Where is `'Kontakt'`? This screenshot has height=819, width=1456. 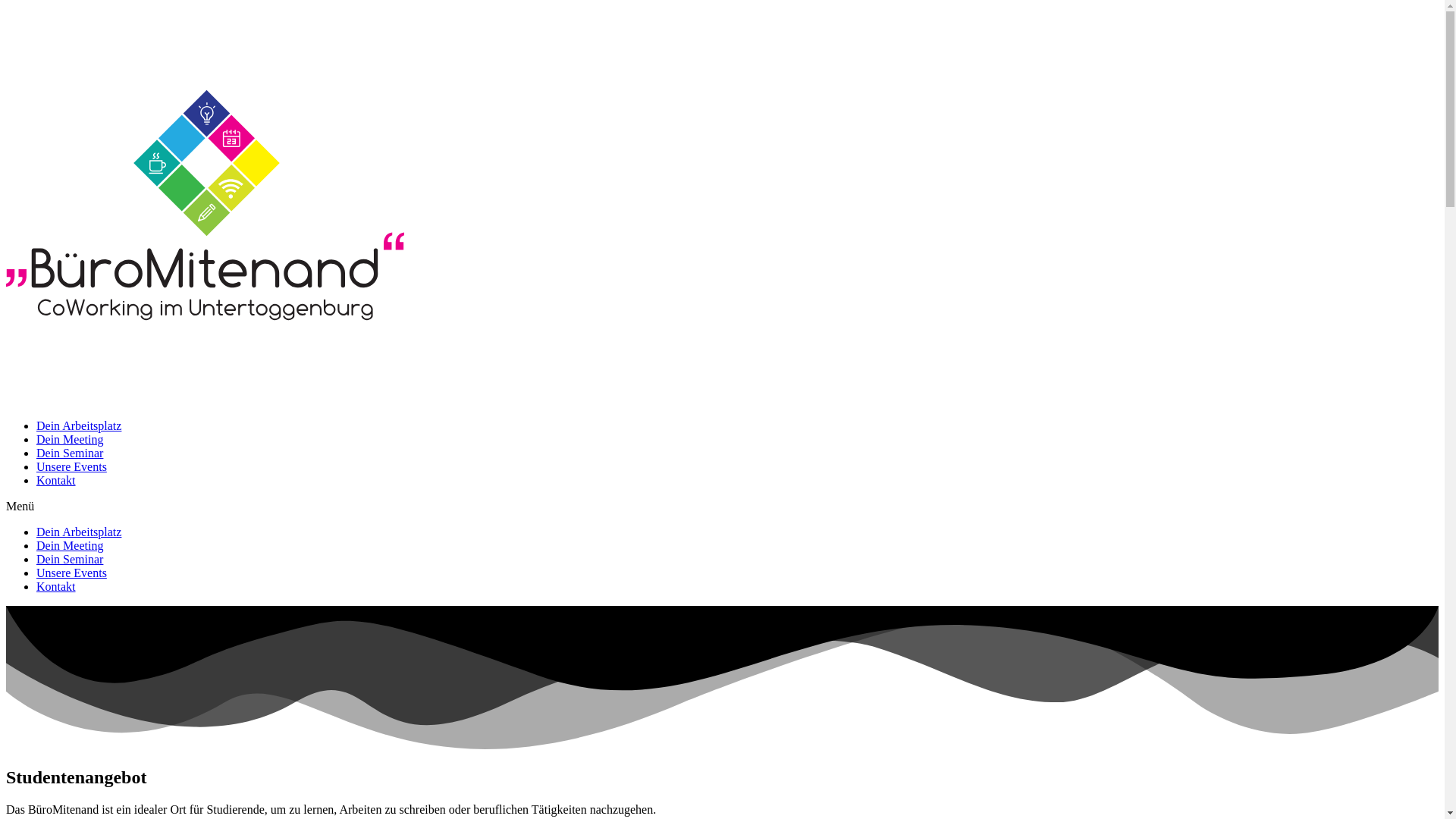 'Kontakt' is located at coordinates (36, 480).